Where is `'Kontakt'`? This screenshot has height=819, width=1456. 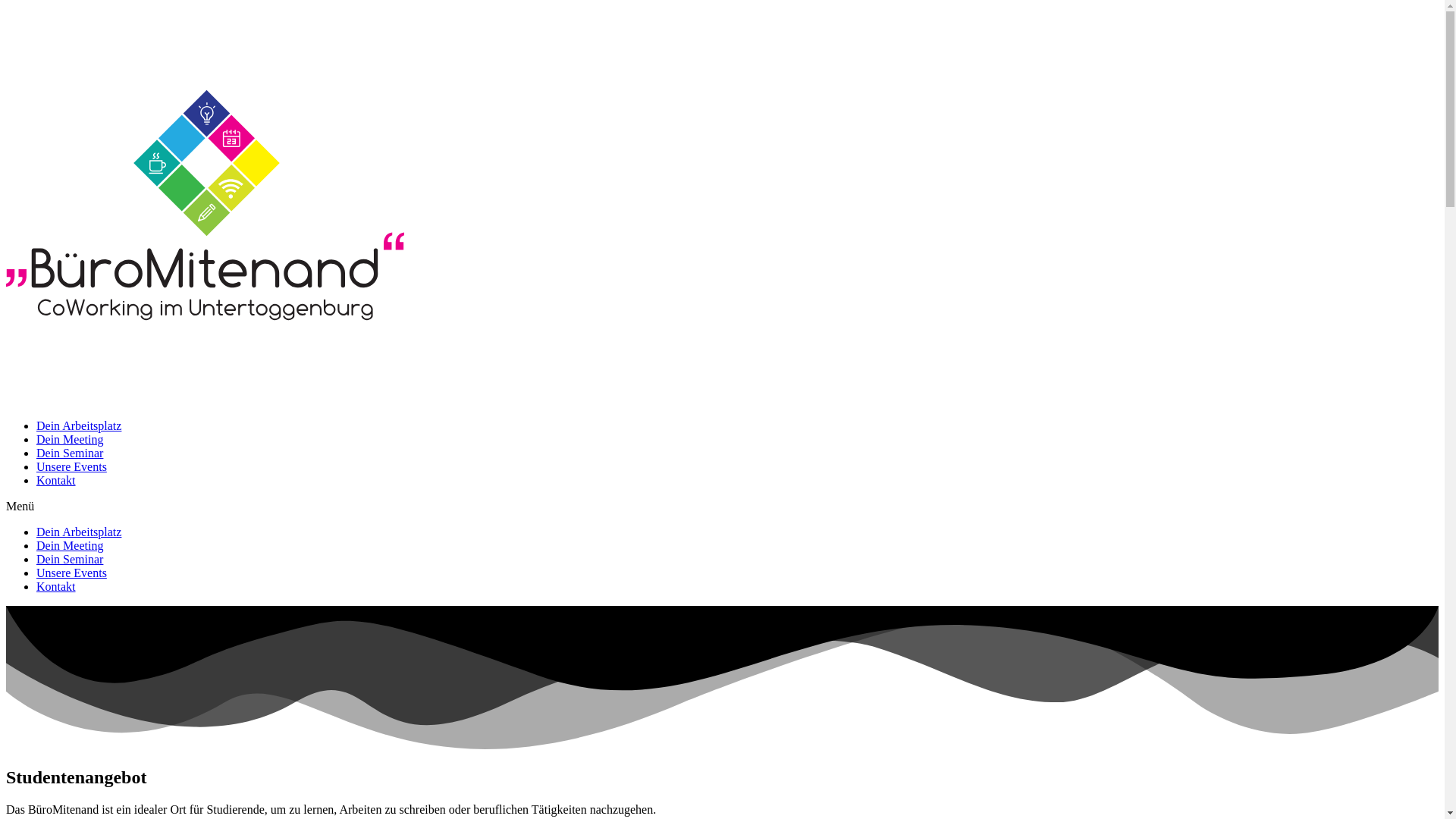 'Kontakt' is located at coordinates (36, 480).